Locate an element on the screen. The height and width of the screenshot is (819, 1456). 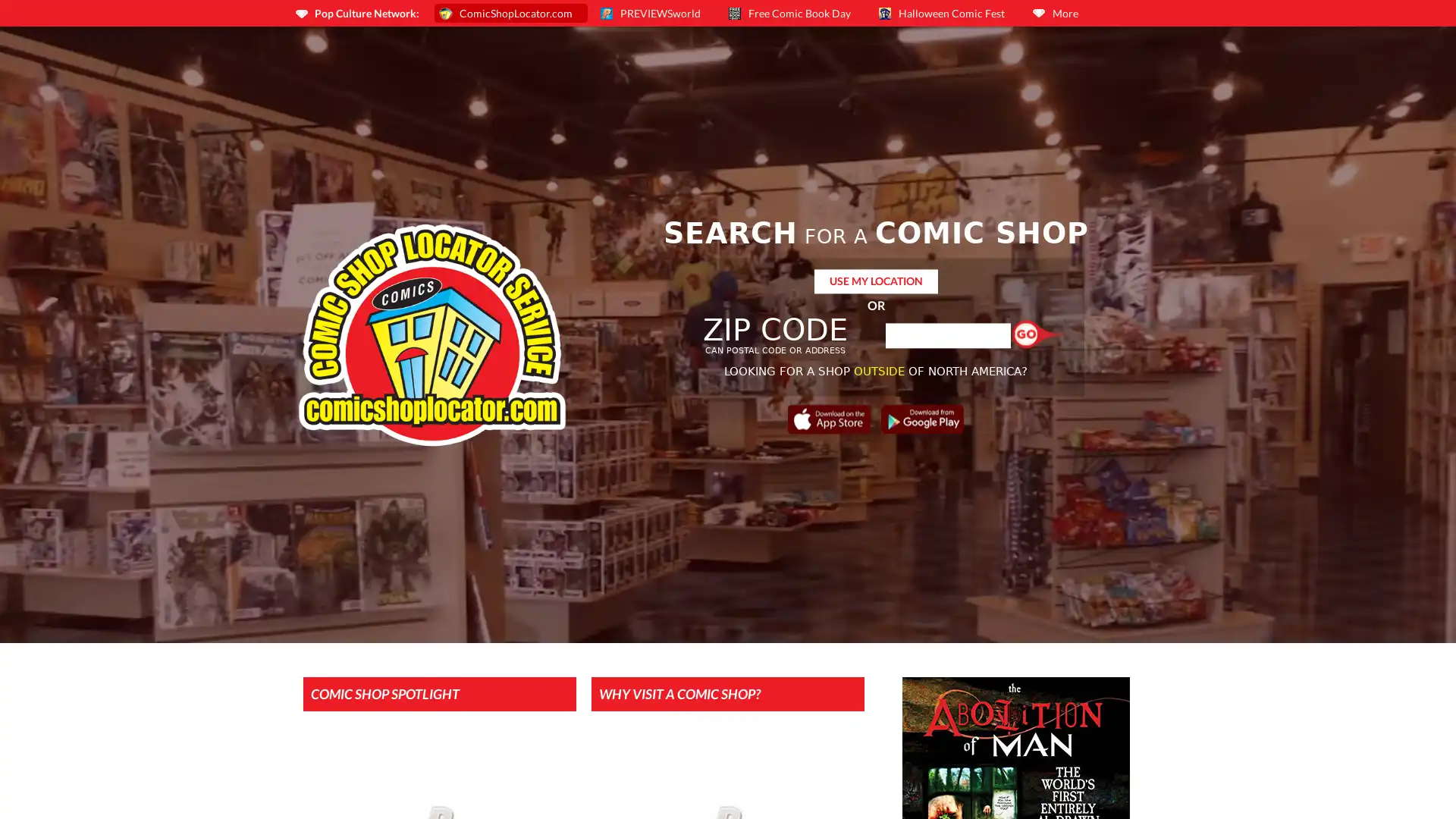
Find a Shop! is located at coordinates (1037, 333).